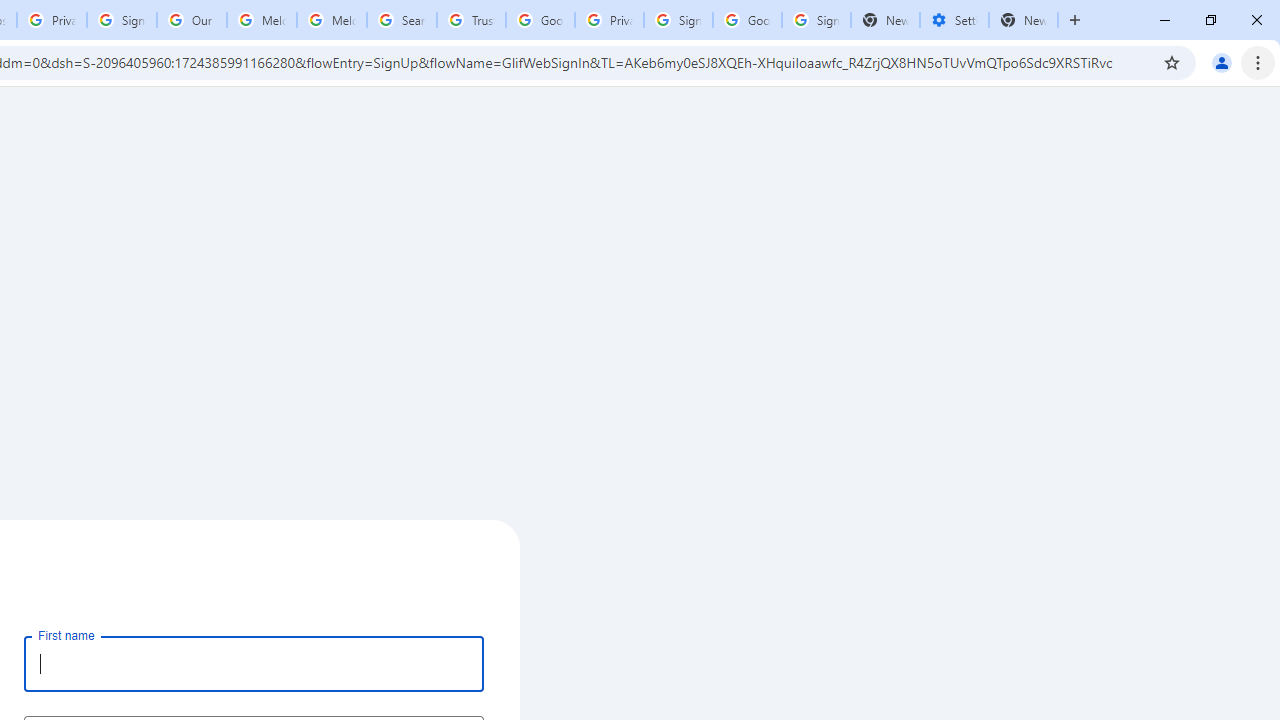 This screenshot has width=1280, height=720. What do you see at coordinates (253, 663) in the screenshot?
I see `'First name'` at bounding box center [253, 663].